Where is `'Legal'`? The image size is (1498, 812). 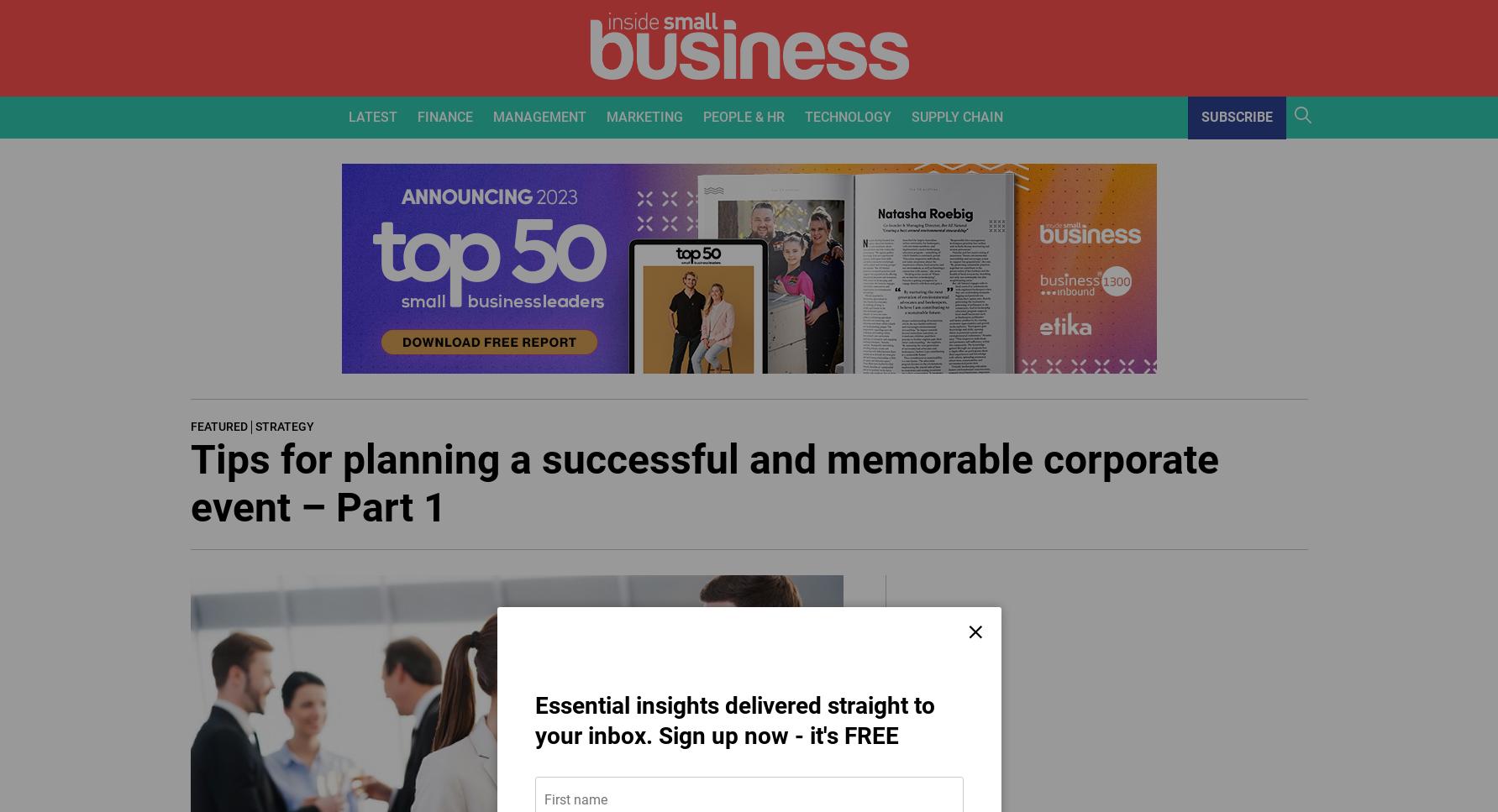 'Legal' is located at coordinates (512, 275).